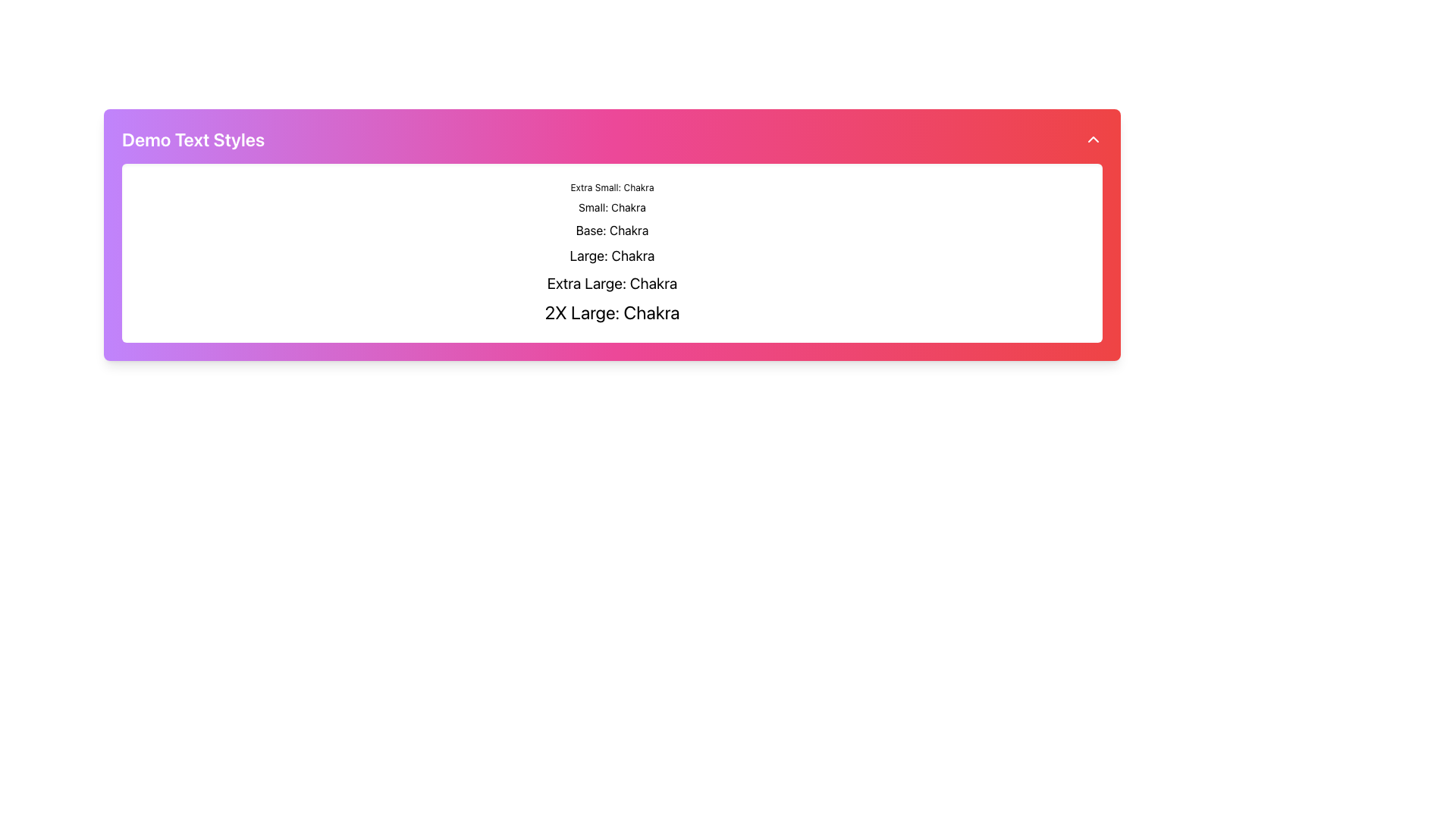 The width and height of the screenshot is (1456, 819). Describe the element at coordinates (612, 284) in the screenshot. I see `the text label indicating 'Extra Large' associated with 'Chakra', which is the fifth item in a vertical list of text elements` at that location.